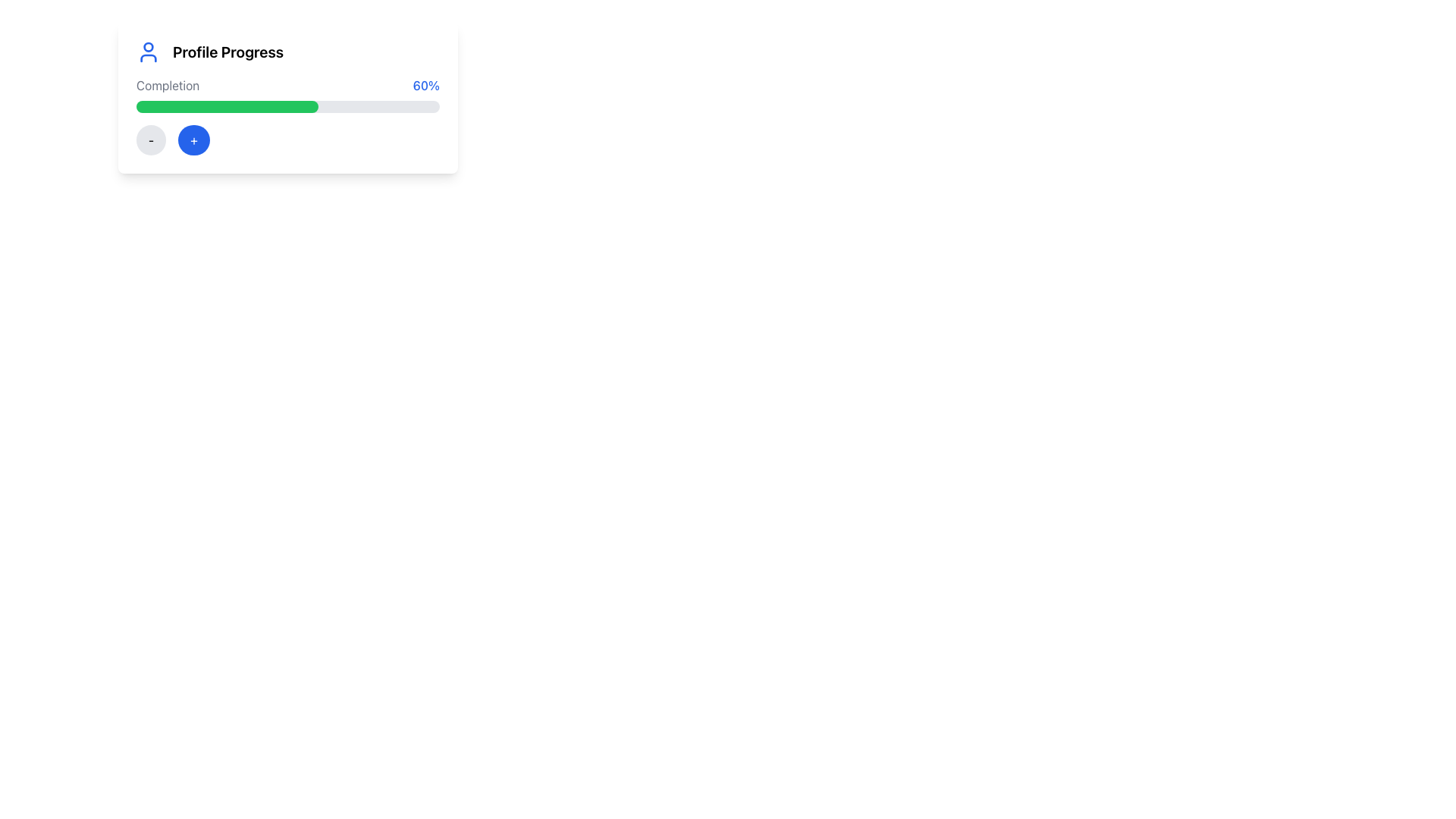  What do you see at coordinates (168, 85) in the screenshot?
I see `the Text Label that describes the associated progress percentage displayed beside it, which is located to the left of '60%' and above a horizontal progress bar` at bounding box center [168, 85].